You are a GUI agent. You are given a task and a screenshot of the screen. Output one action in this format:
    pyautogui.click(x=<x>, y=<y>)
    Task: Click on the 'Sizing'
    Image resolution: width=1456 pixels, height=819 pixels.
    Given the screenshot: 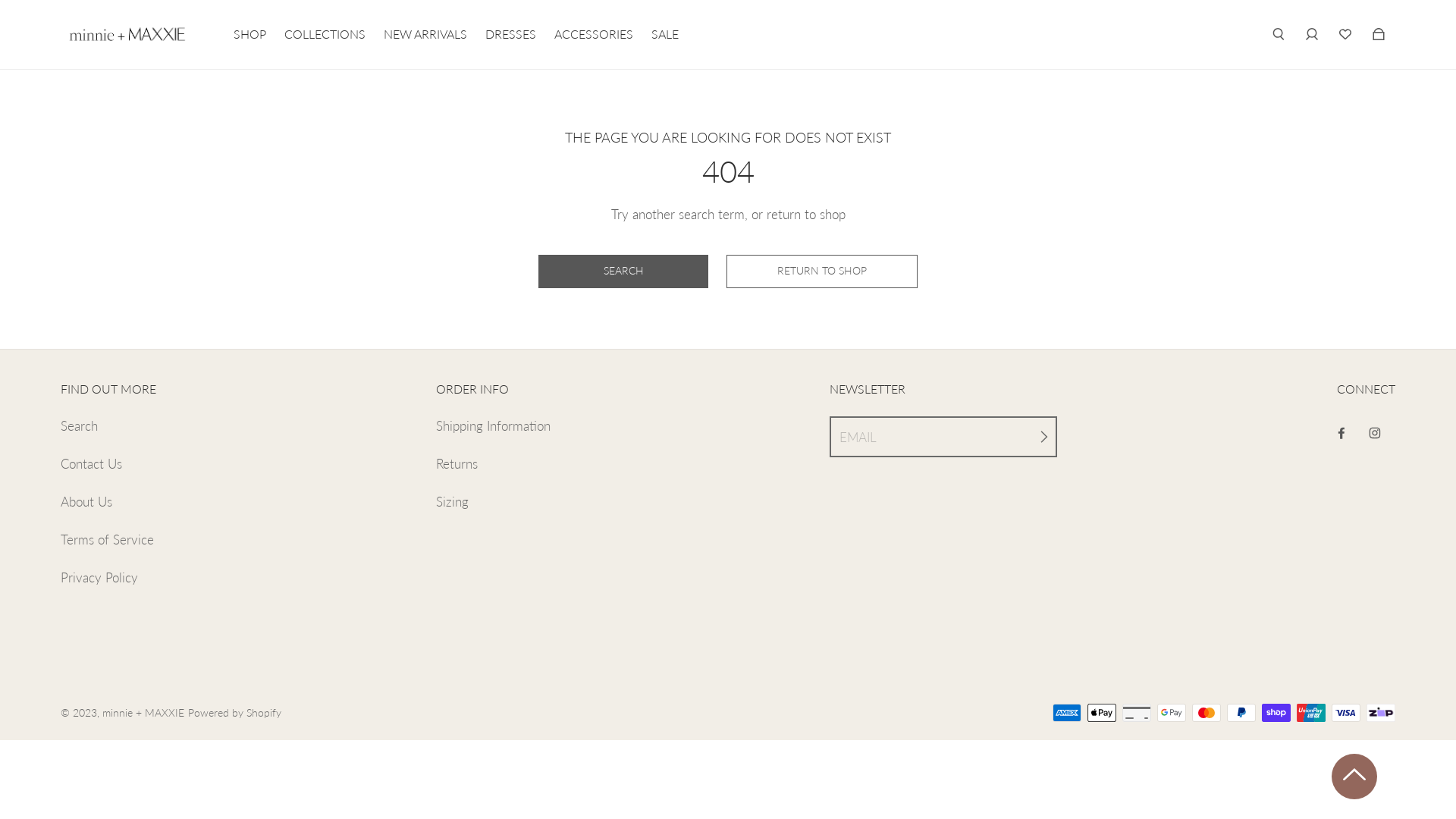 What is the action you would take?
    pyautogui.click(x=451, y=502)
    